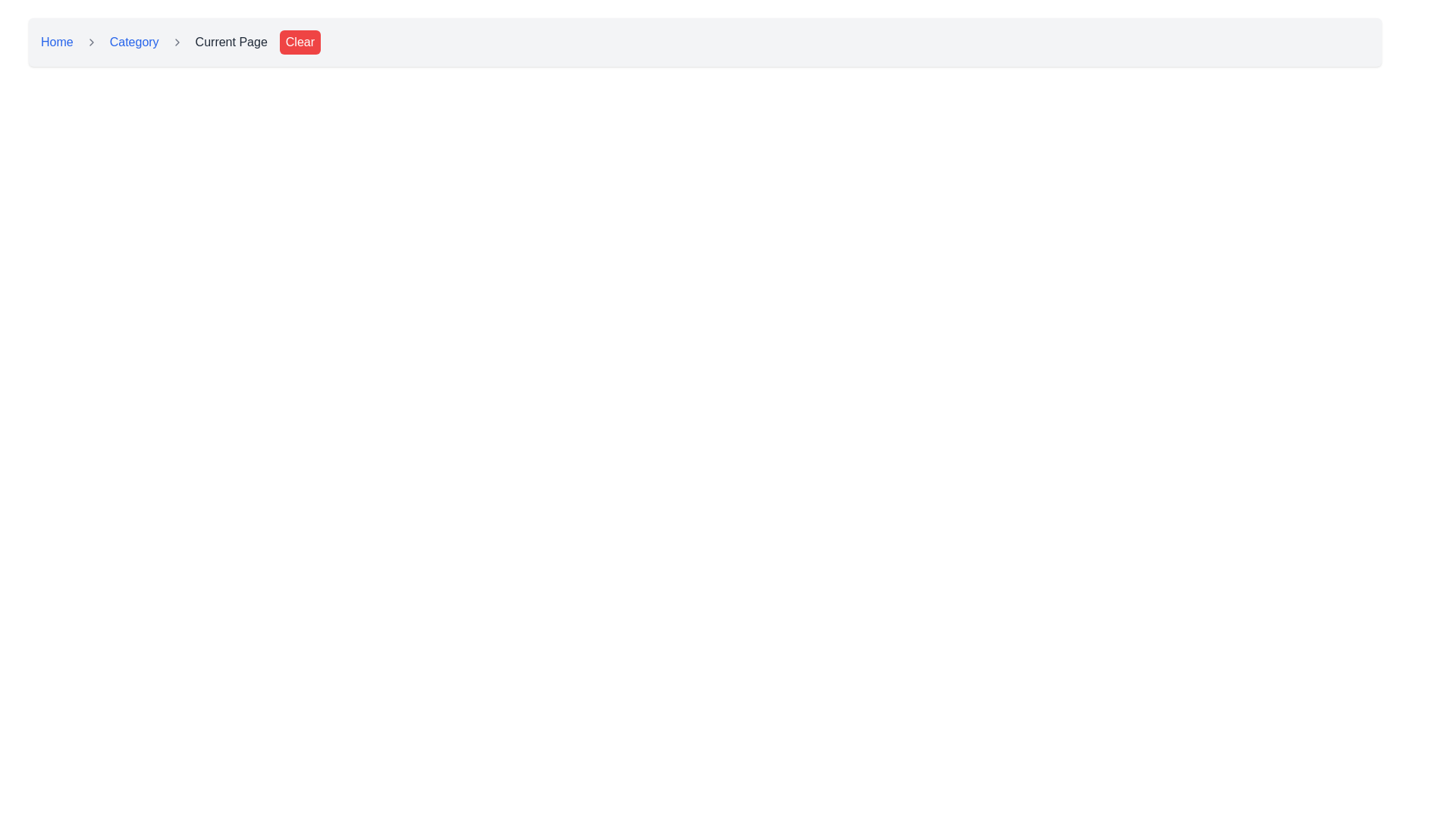  What do you see at coordinates (177, 42) in the screenshot?
I see `the chevron icon that indicates the transition between 'Category' and 'Current Page' in the breadcrumb navigation` at bounding box center [177, 42].